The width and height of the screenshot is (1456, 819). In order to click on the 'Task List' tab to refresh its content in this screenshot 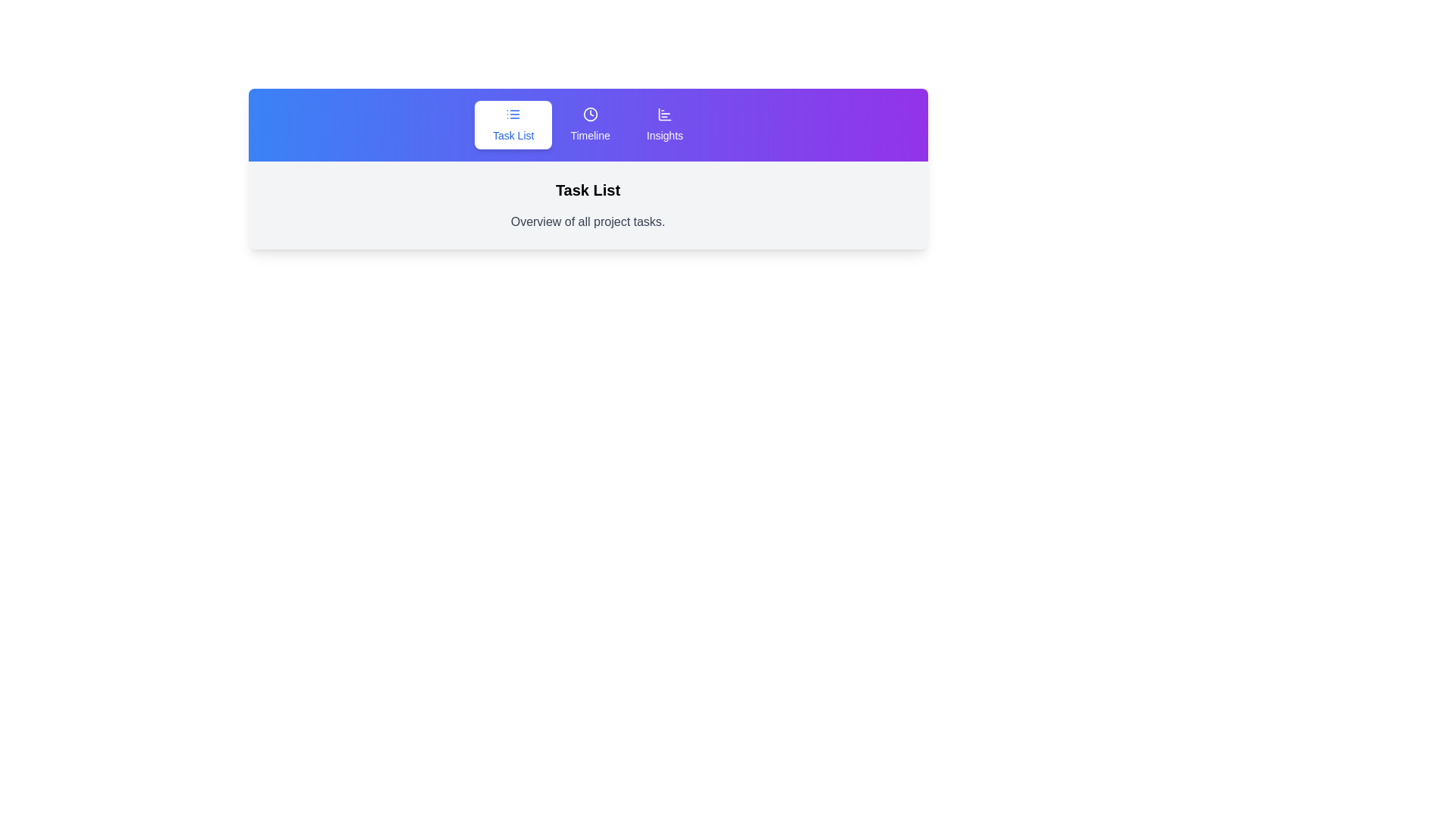, I will do `click(513, 124)`.